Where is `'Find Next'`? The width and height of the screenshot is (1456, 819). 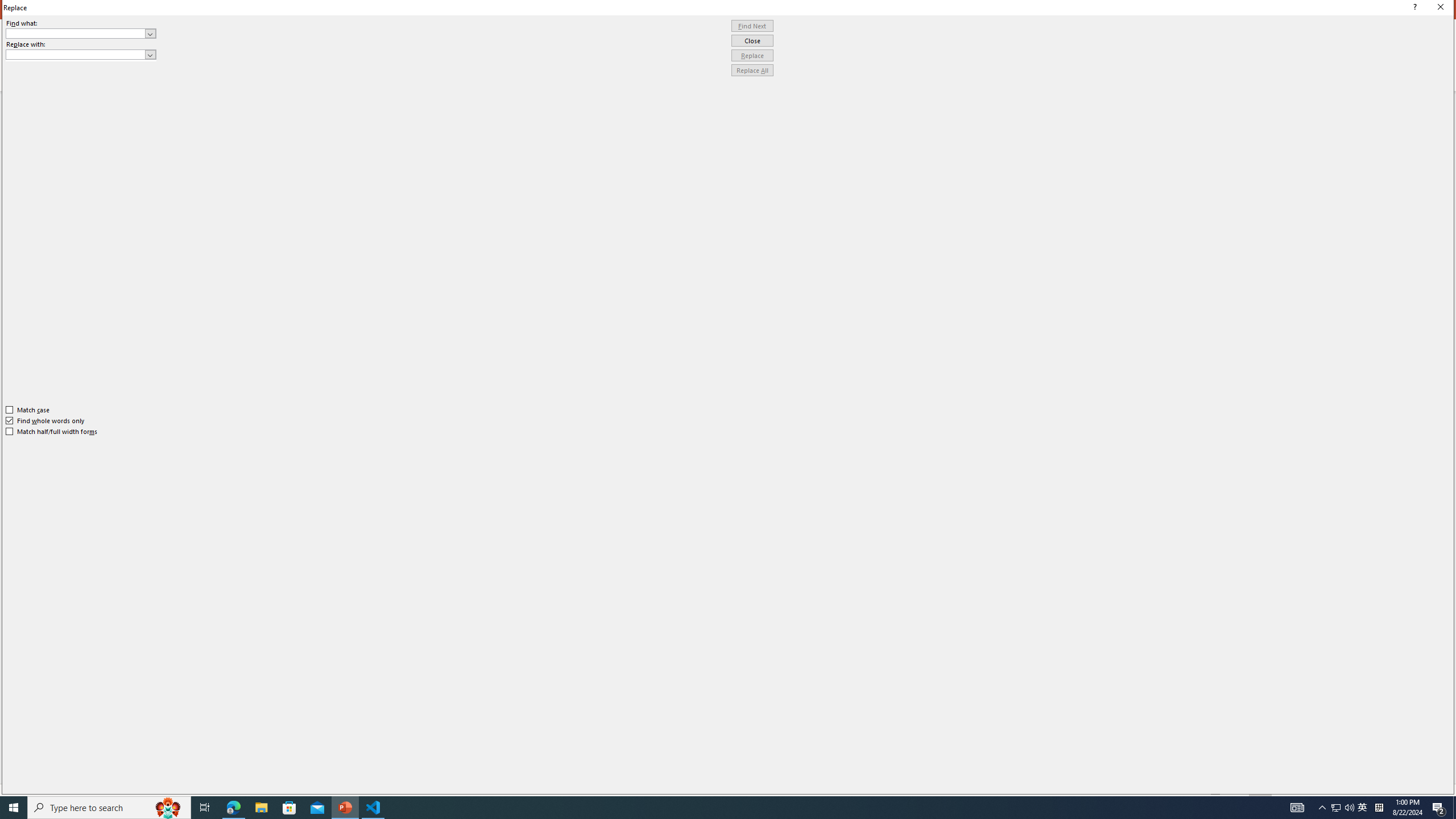 'Find Next' is located at coordinates (752, 26).